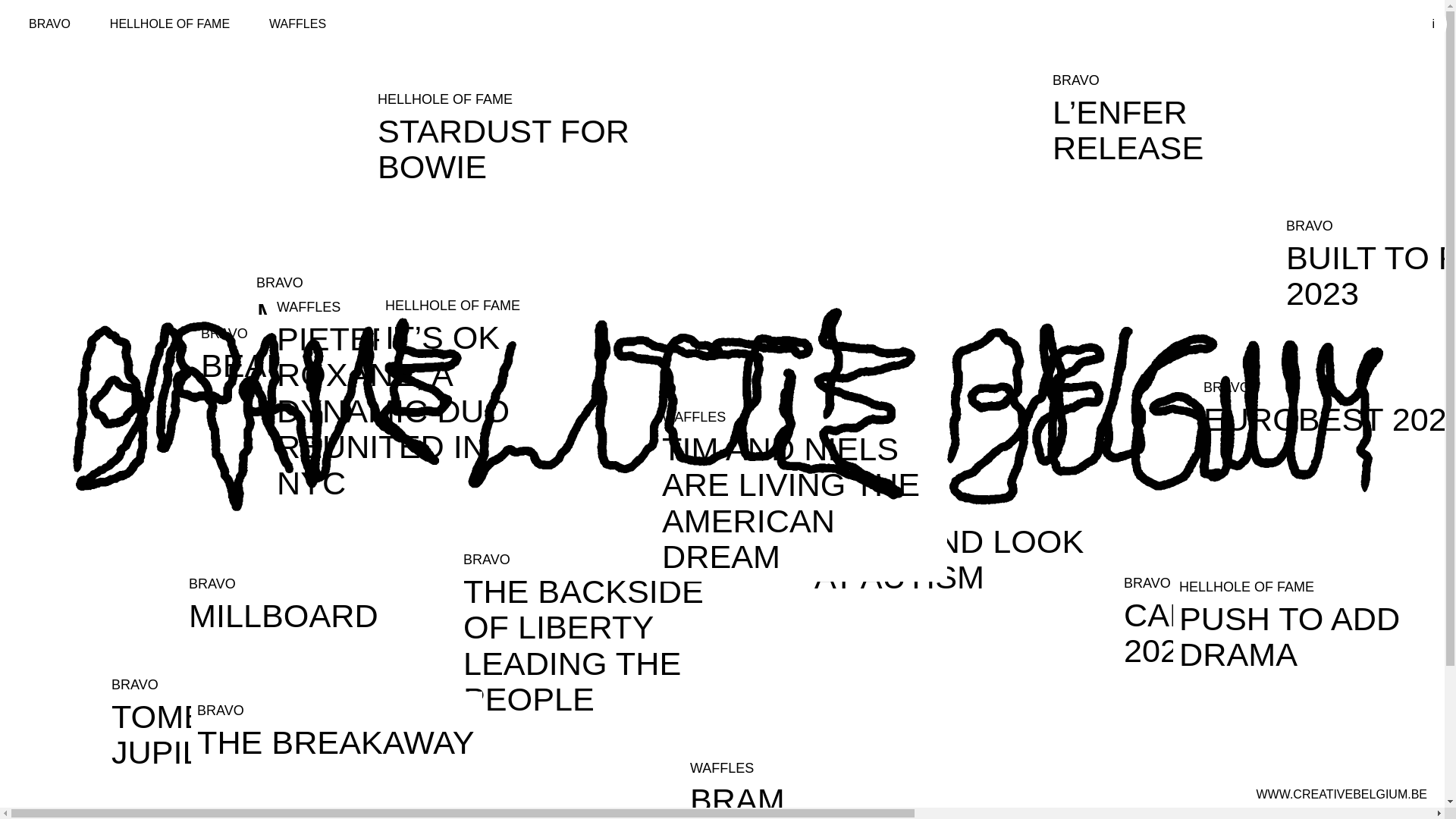 This screenshot has height=819, width=1456. What do you see at coordinates (516, 135) in the screenshot?
I see `'HELLHOLE OF FAME` at bounding box center [516, 135].